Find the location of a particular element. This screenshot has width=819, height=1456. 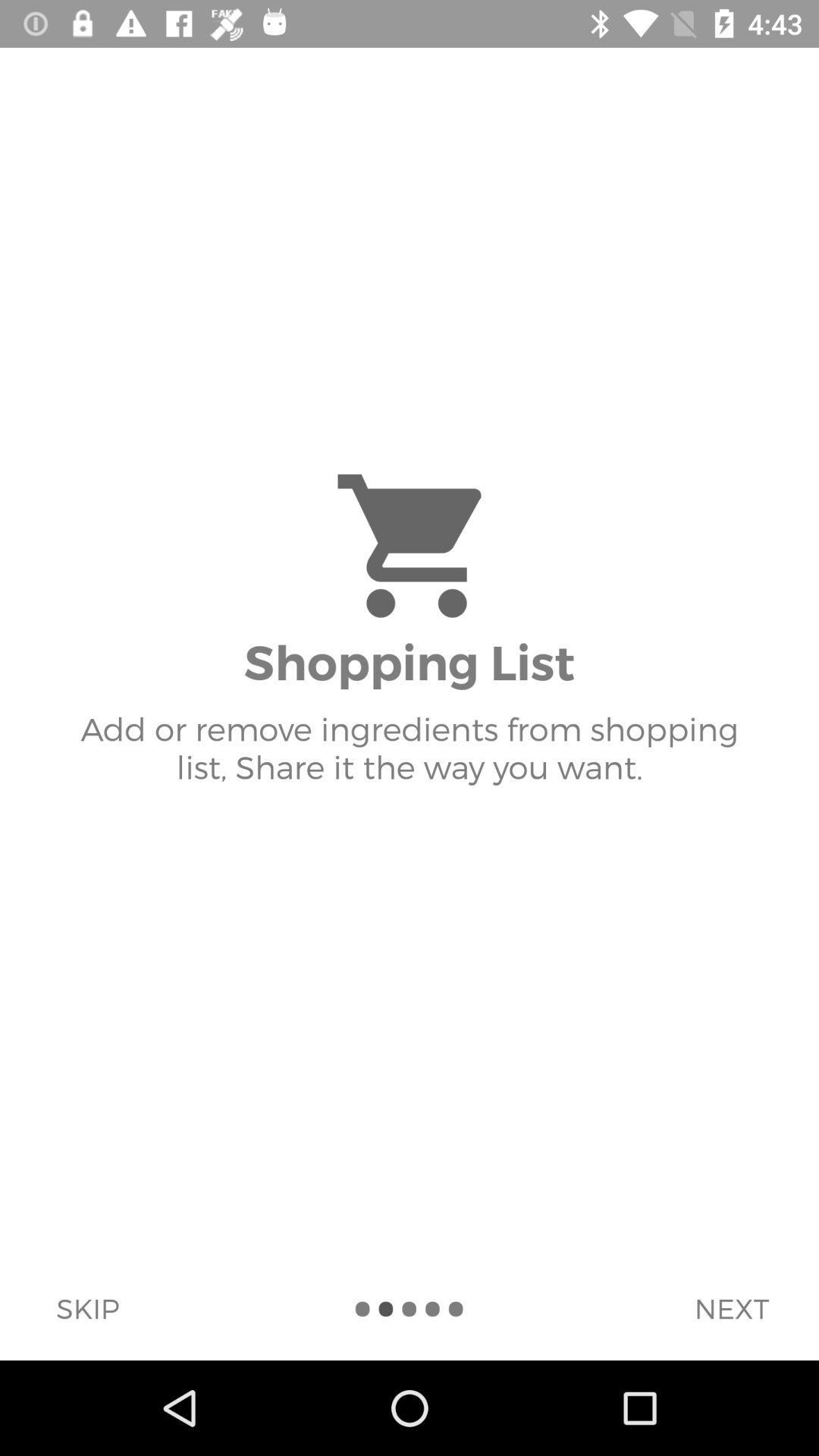

icon at the bottom left corner is located at coordinates (87, 1307).